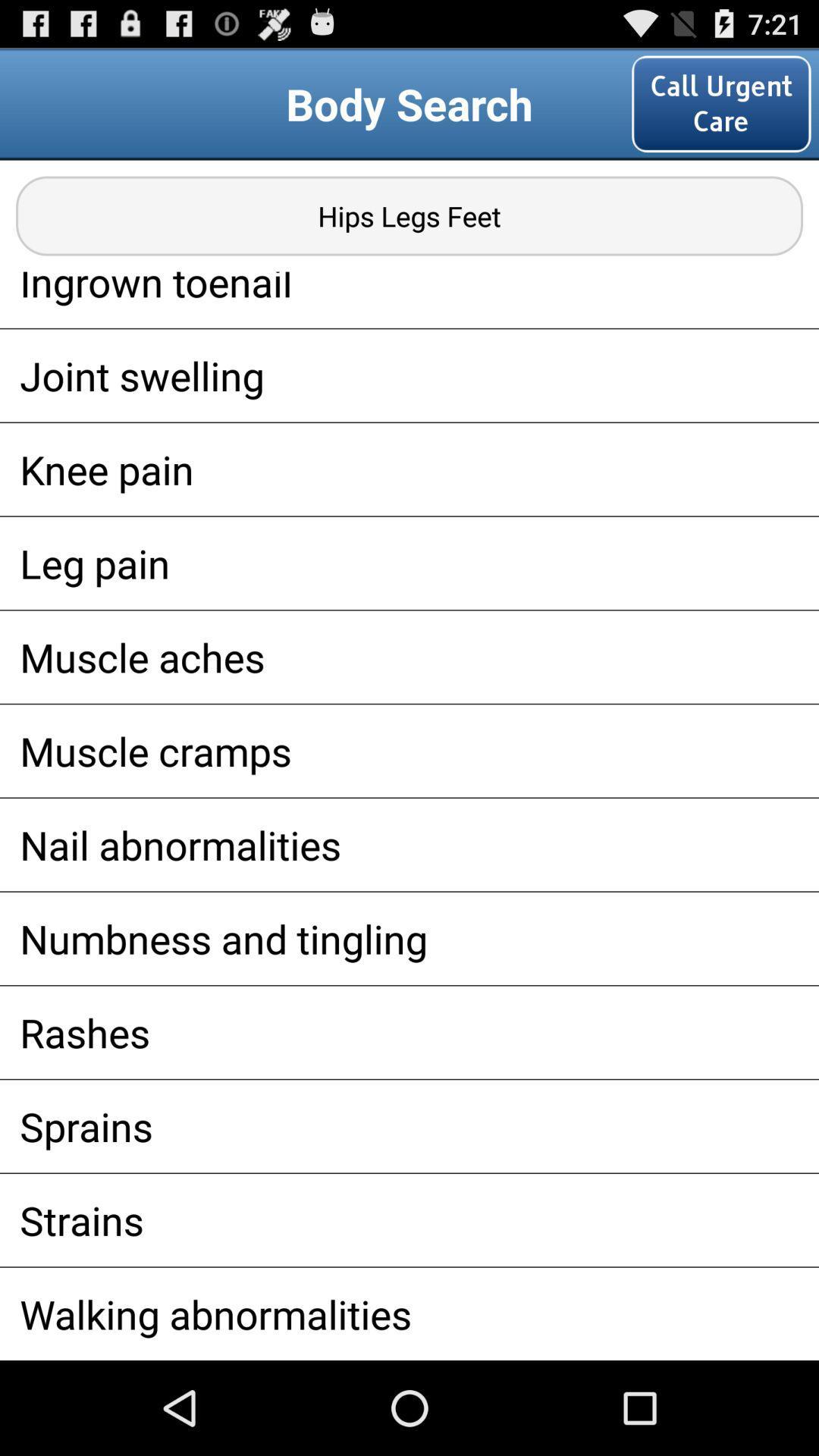  Describe the element at coordinates (409, 375) in the screenshot. I see `app below ingrown toenail` at that location.